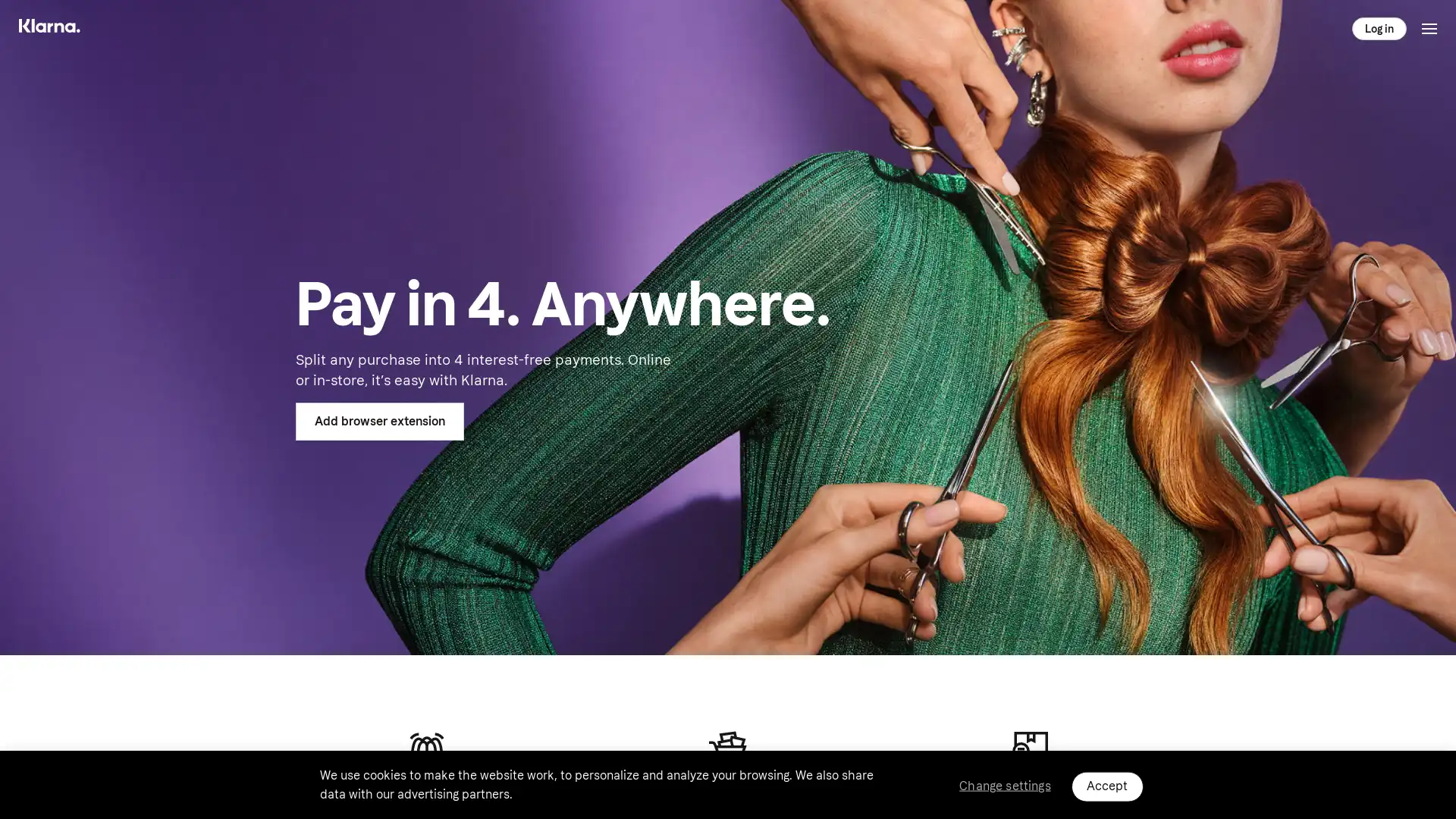 The width and height of the screenshot is (1456, 819). I want to click on Add browser extension, so click(379, 421).